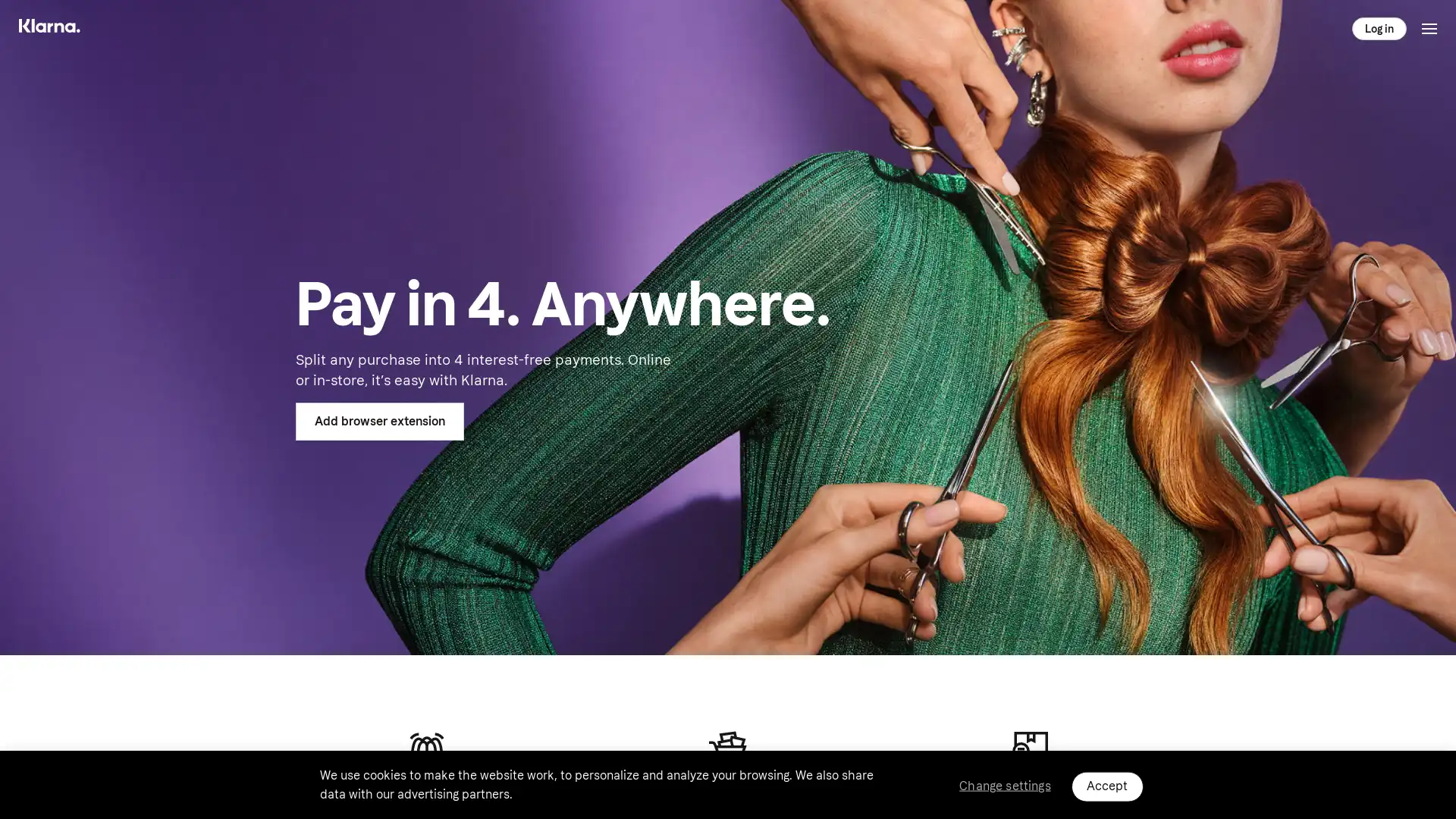 The width and height of the screenshot is (1456, 819). I want to click on Add browser extension, so click(379, 421).